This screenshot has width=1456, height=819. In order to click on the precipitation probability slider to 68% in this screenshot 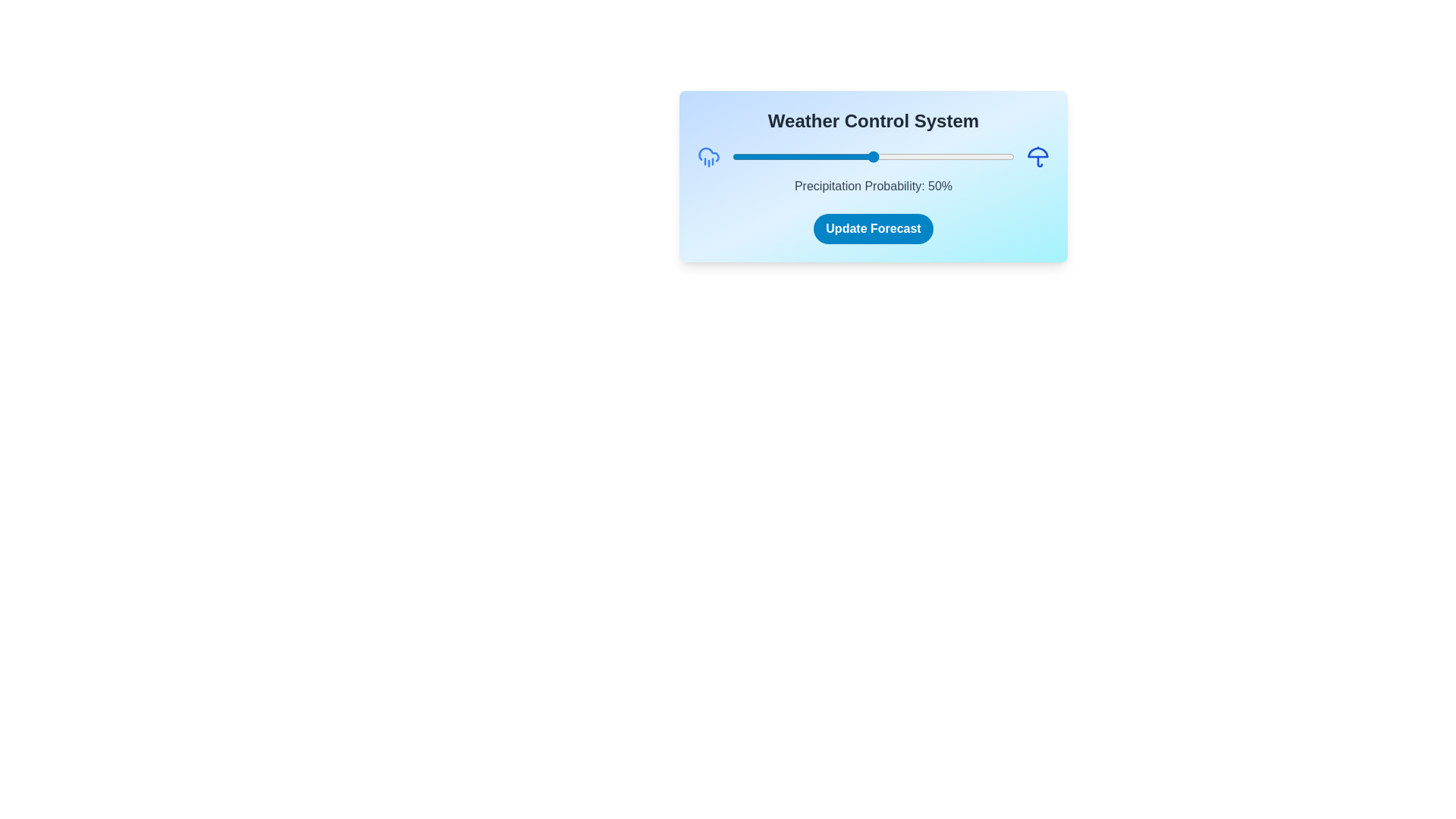, I will do `click(924, 157)`.